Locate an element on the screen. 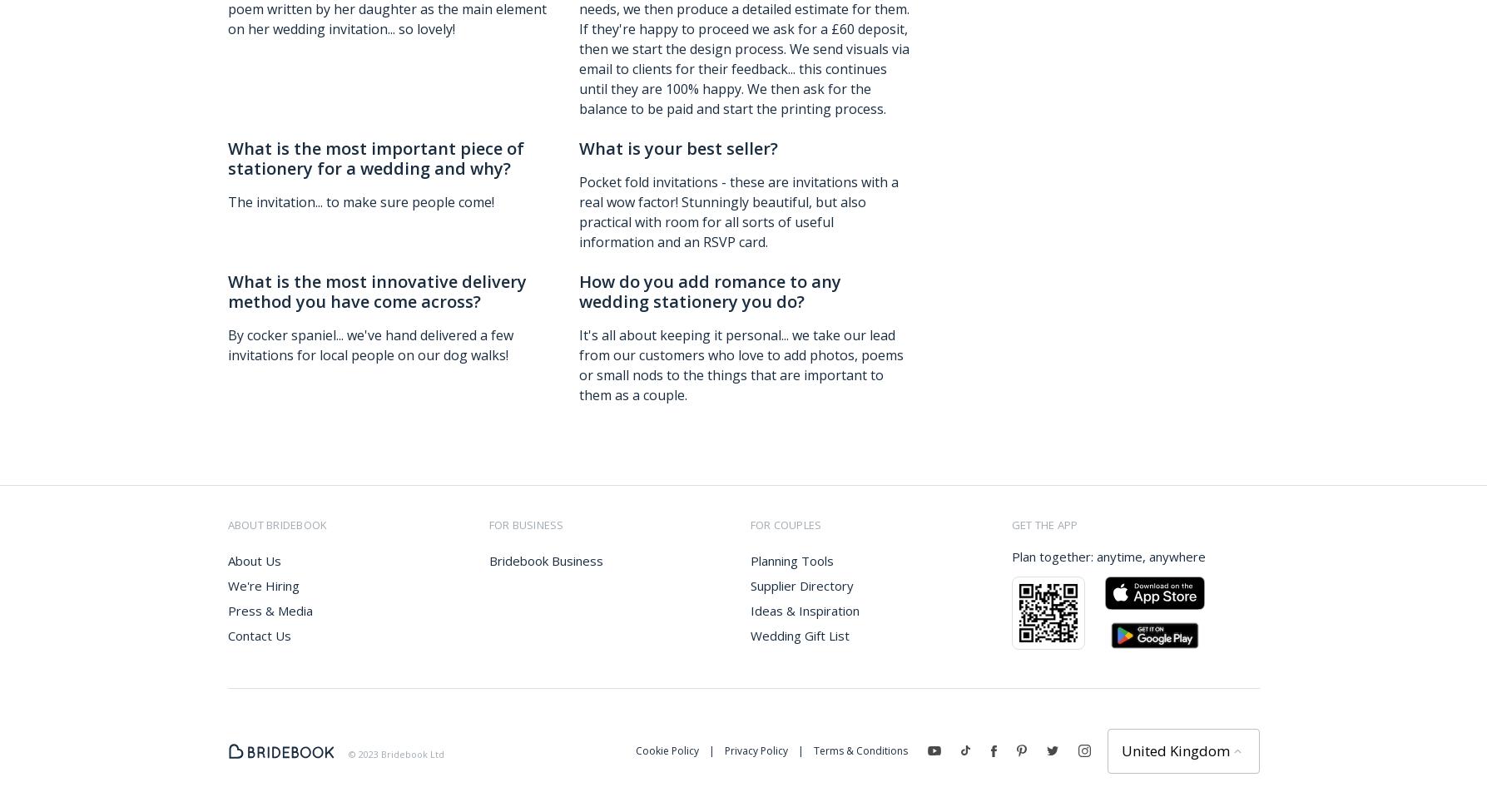 This screenshot has width=1487, height=812. 'We're Hiring' is located at coordinates (226, 584).